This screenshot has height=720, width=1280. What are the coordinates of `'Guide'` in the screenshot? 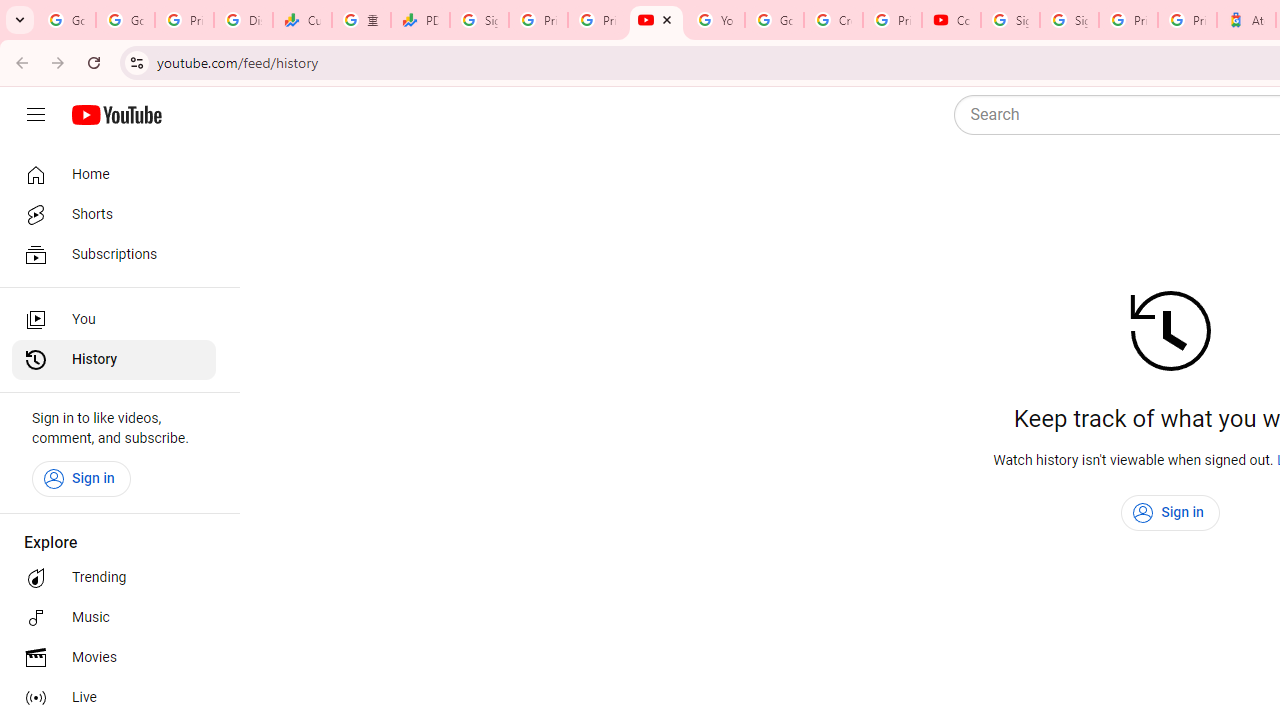 It's located at (35, 115).